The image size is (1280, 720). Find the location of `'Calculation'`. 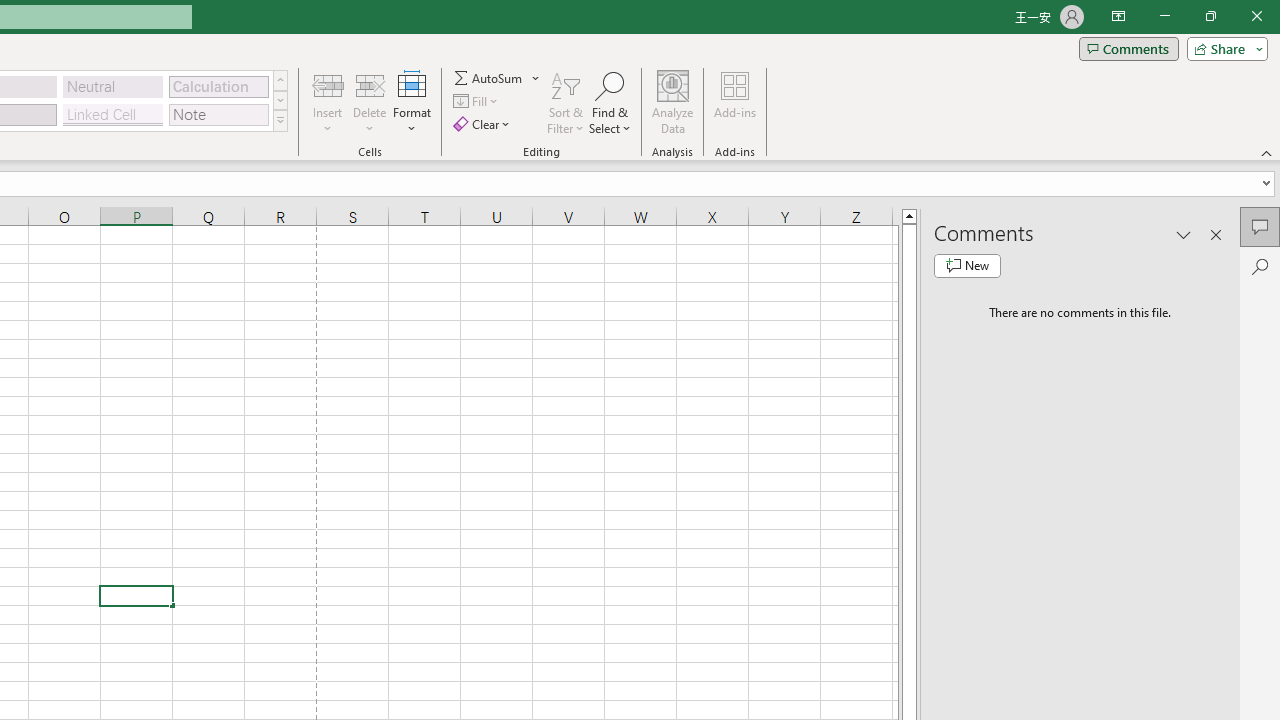

'Calculation' is located at coordinates (218, 85).